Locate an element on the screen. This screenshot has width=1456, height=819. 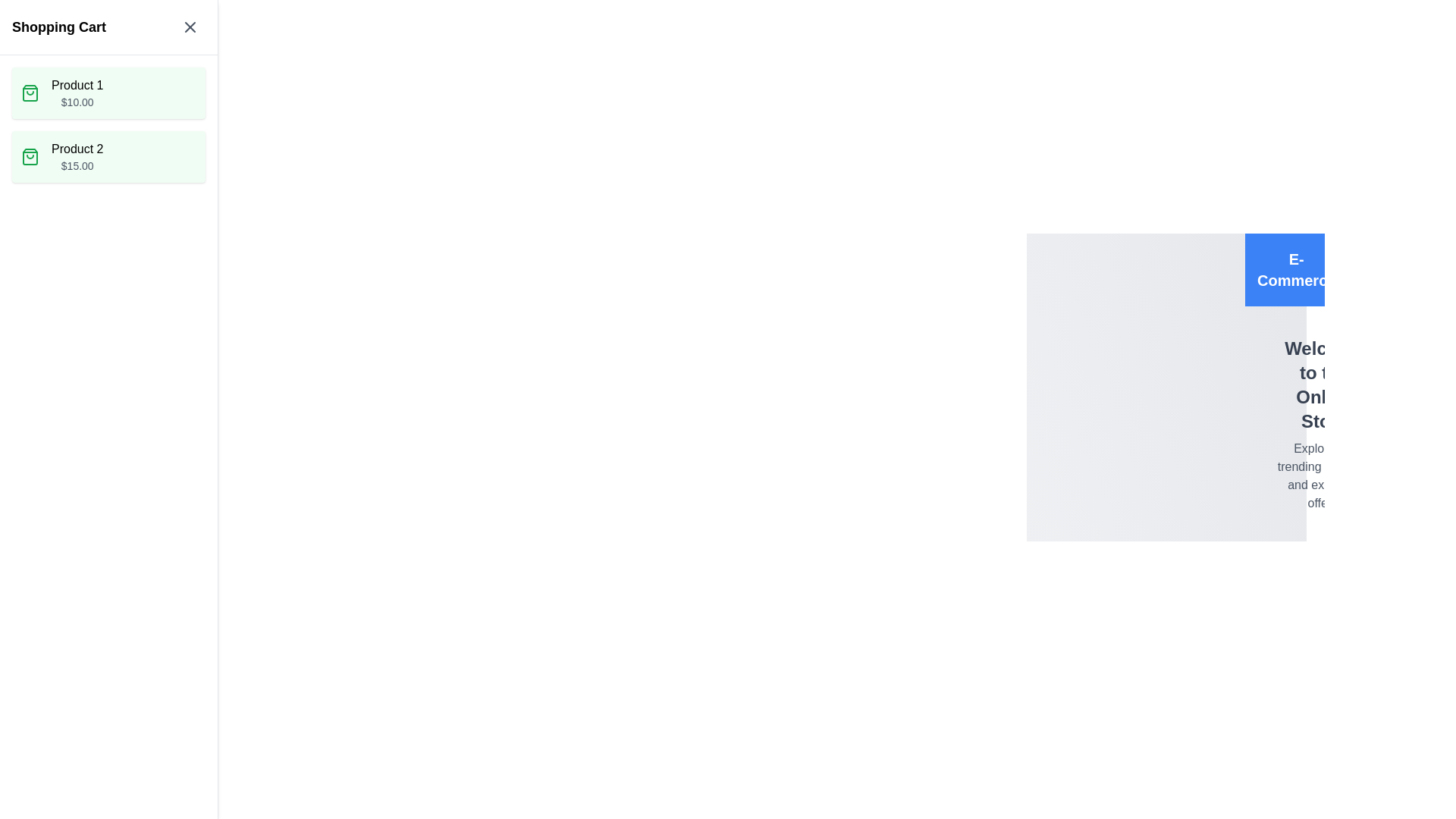
the price text label for 'Product 1' in the shopping cart, which is positioned directly below the product label and aligned with it is located at coordinates (77, 102).